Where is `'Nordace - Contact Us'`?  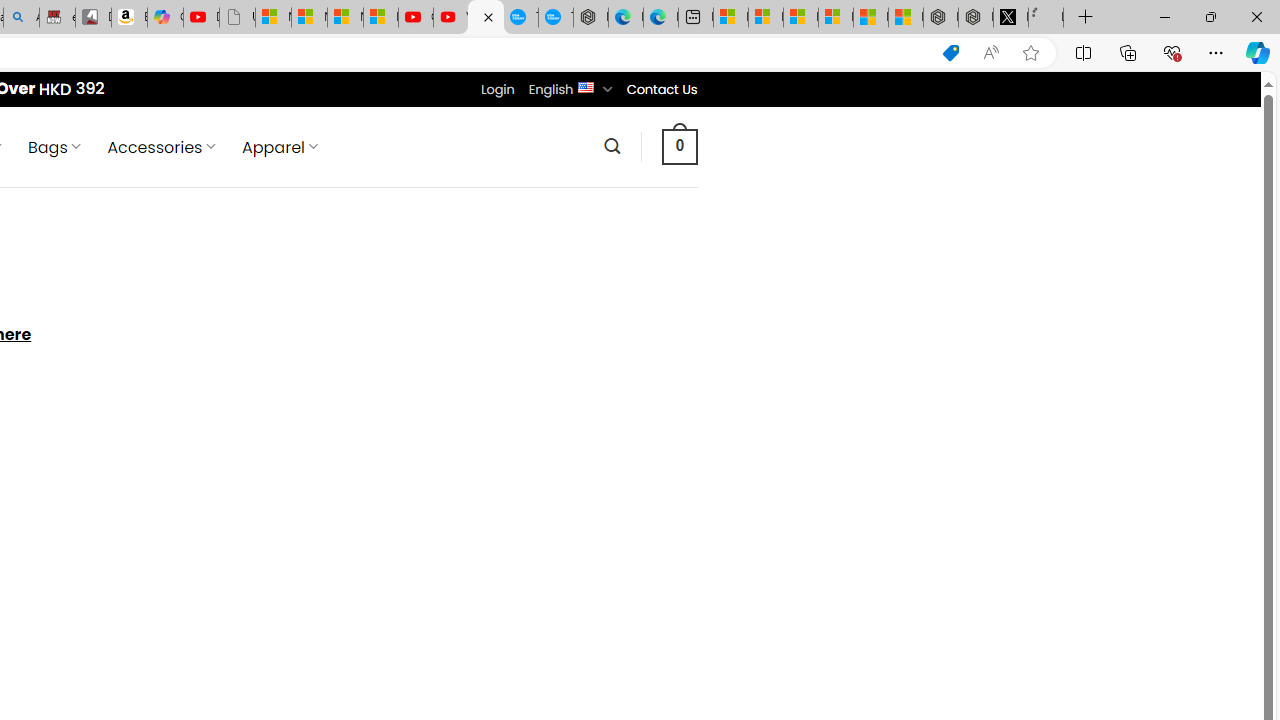
'Nordace - Contact Us' is located at coordinates (485, 17).